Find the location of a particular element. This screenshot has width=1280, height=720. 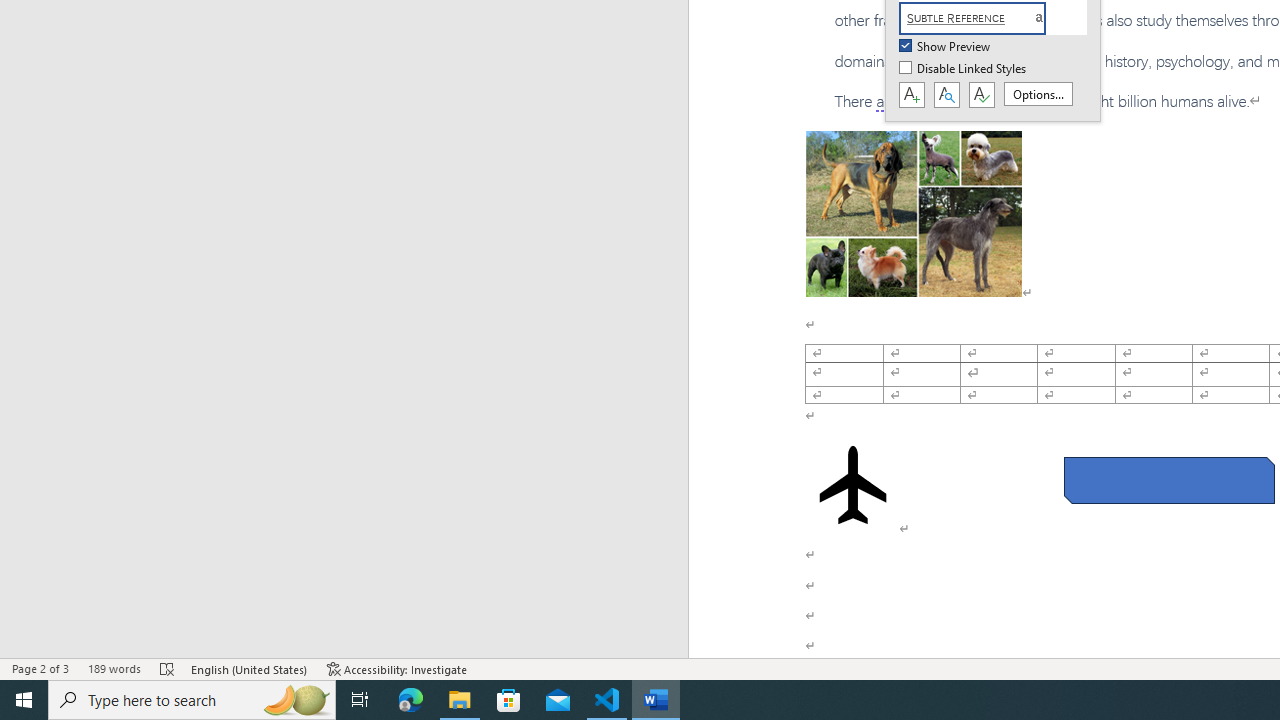

'Show Preview' is located at coordinates (945, 46).